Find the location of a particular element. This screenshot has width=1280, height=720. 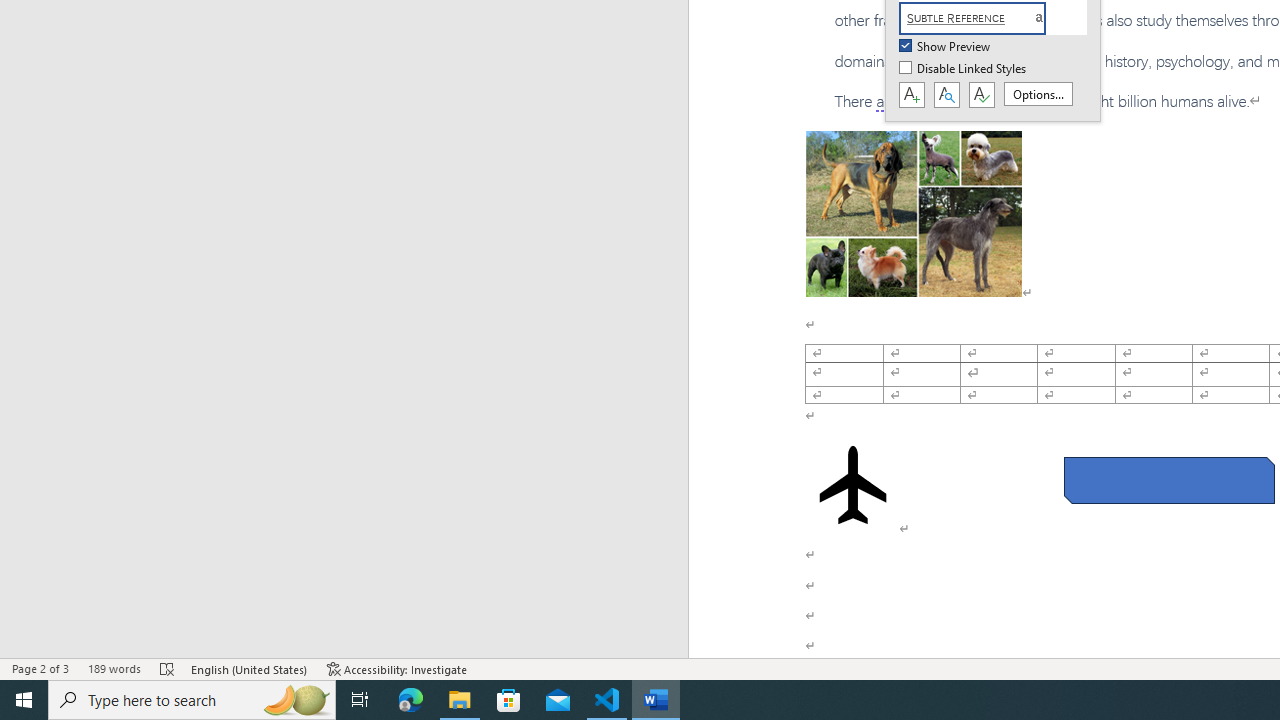

'Show Preview' is located at coordinates (945, 46).